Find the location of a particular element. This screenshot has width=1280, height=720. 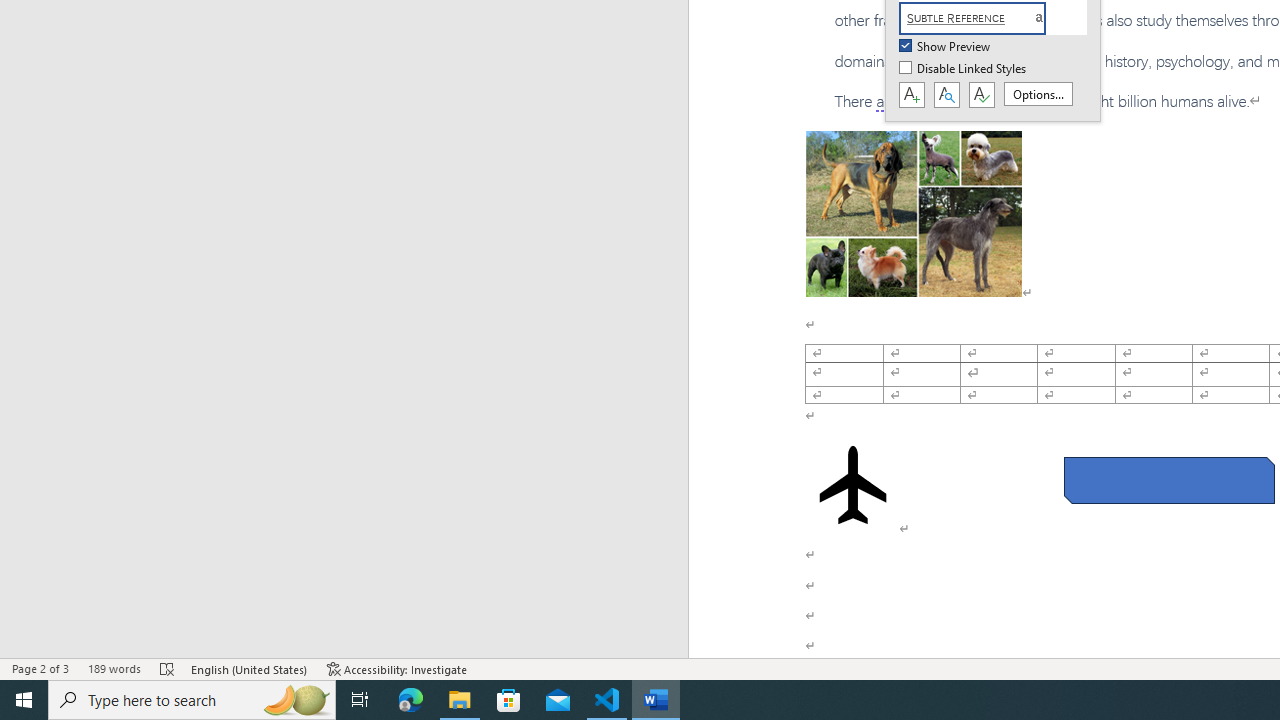

'Show Preview' is located at coordinates (945, 46).